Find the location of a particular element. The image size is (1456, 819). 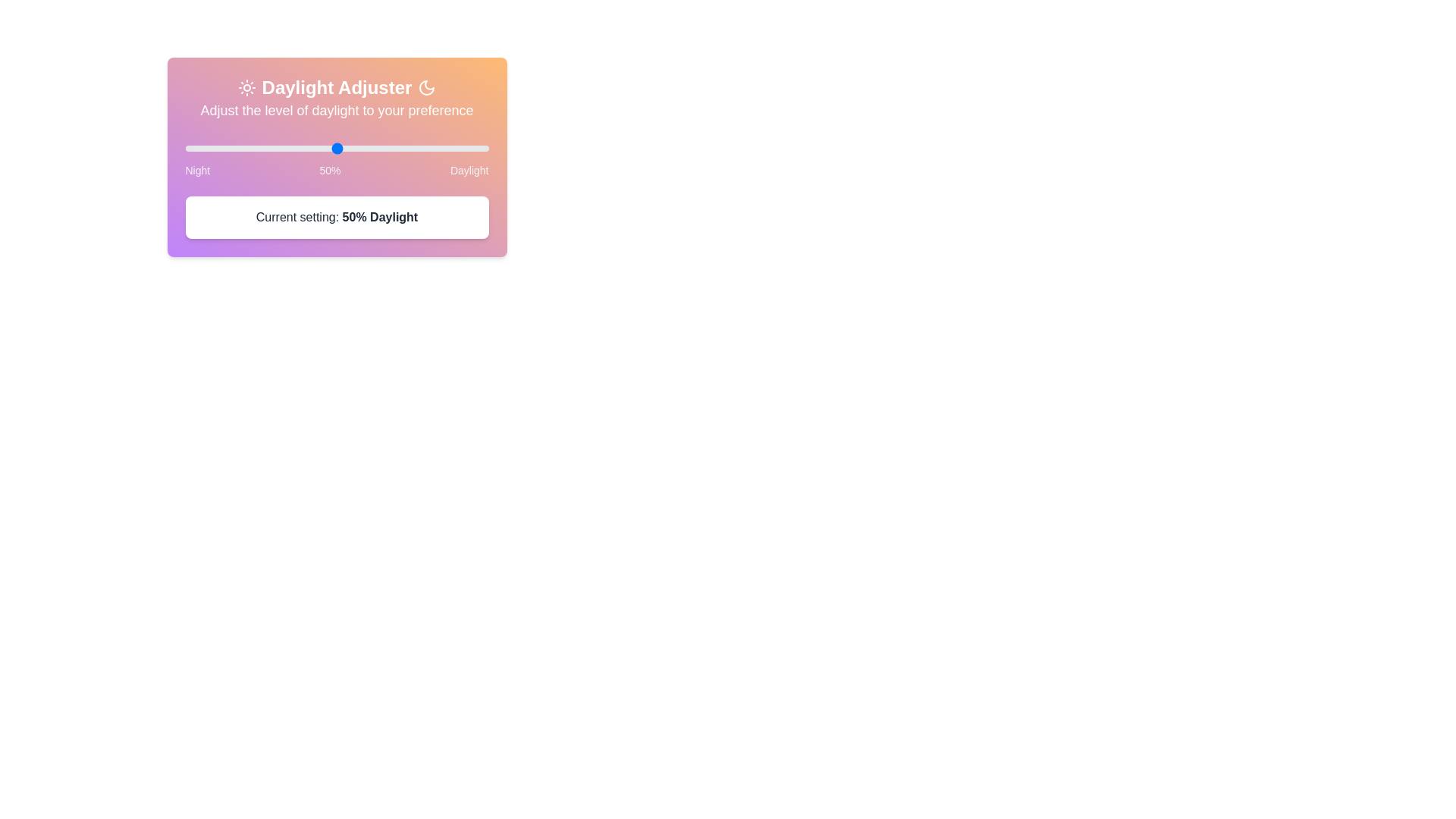

the slider to set the daylight level to 97% is located at coordinates (184, 149).